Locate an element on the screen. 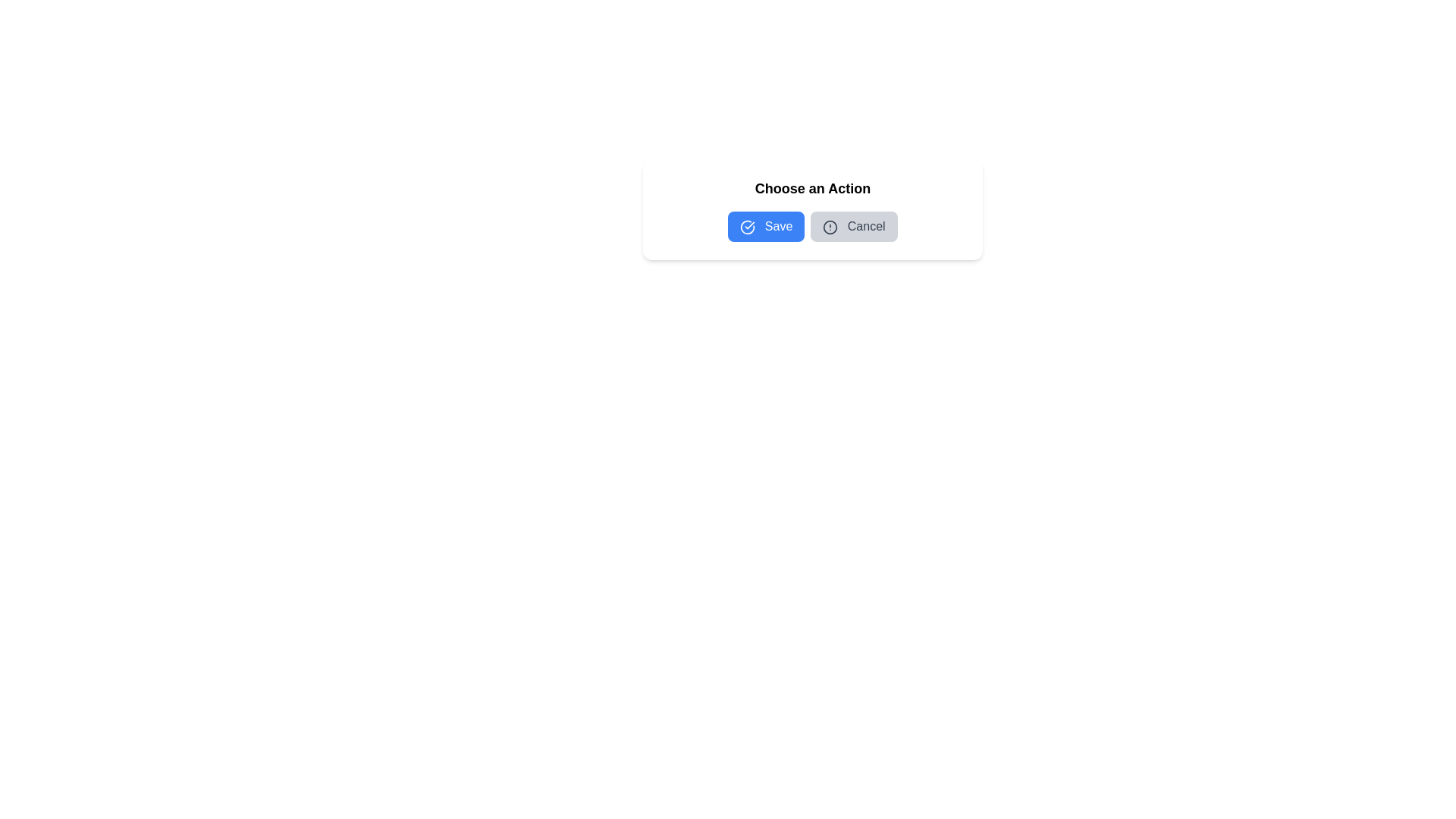  the blue 'Save' button with a checkmark icon is located at coordinates (766, 227).